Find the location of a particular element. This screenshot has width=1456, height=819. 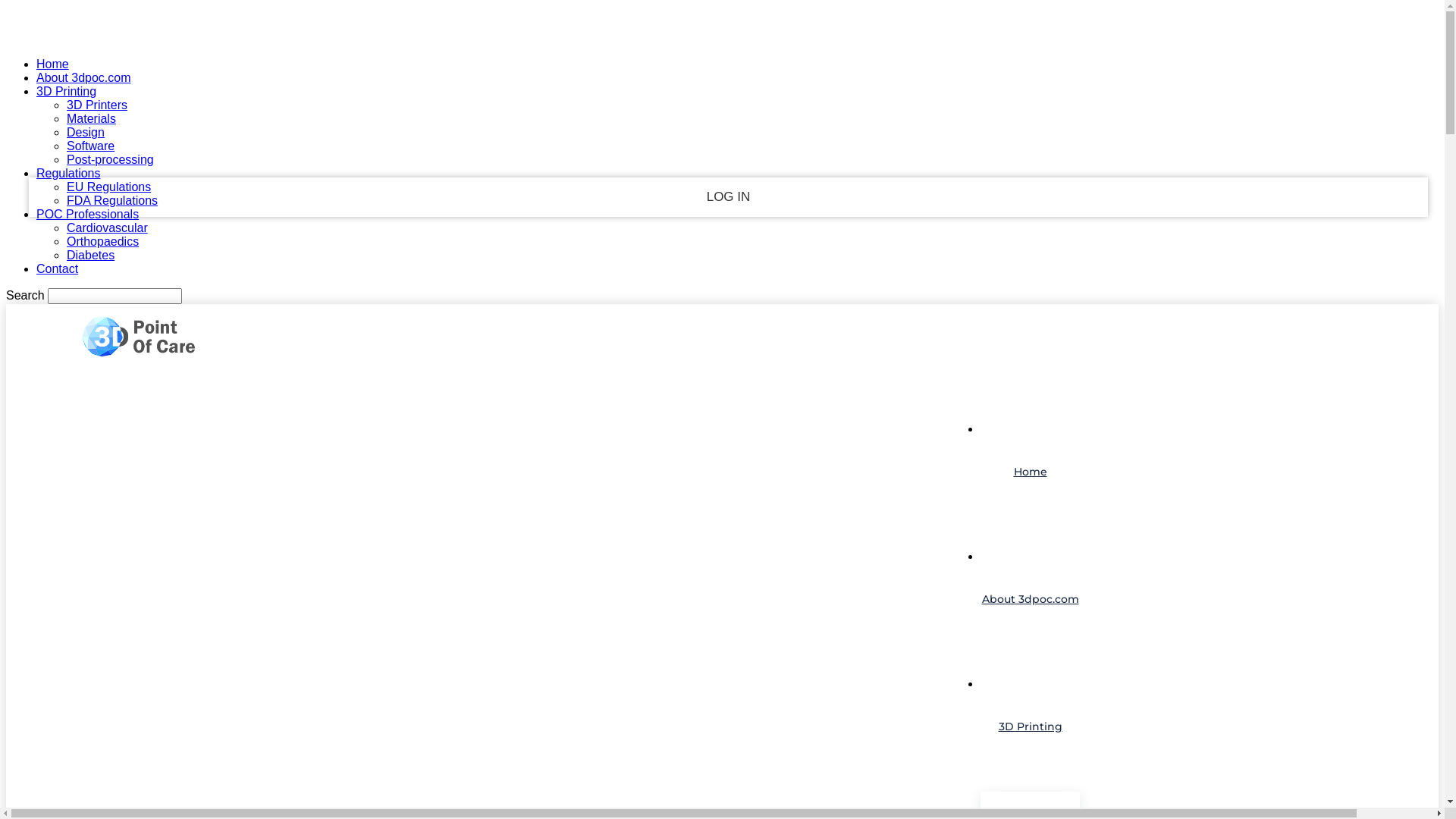

'Home' is located at coordinates (52, 63).